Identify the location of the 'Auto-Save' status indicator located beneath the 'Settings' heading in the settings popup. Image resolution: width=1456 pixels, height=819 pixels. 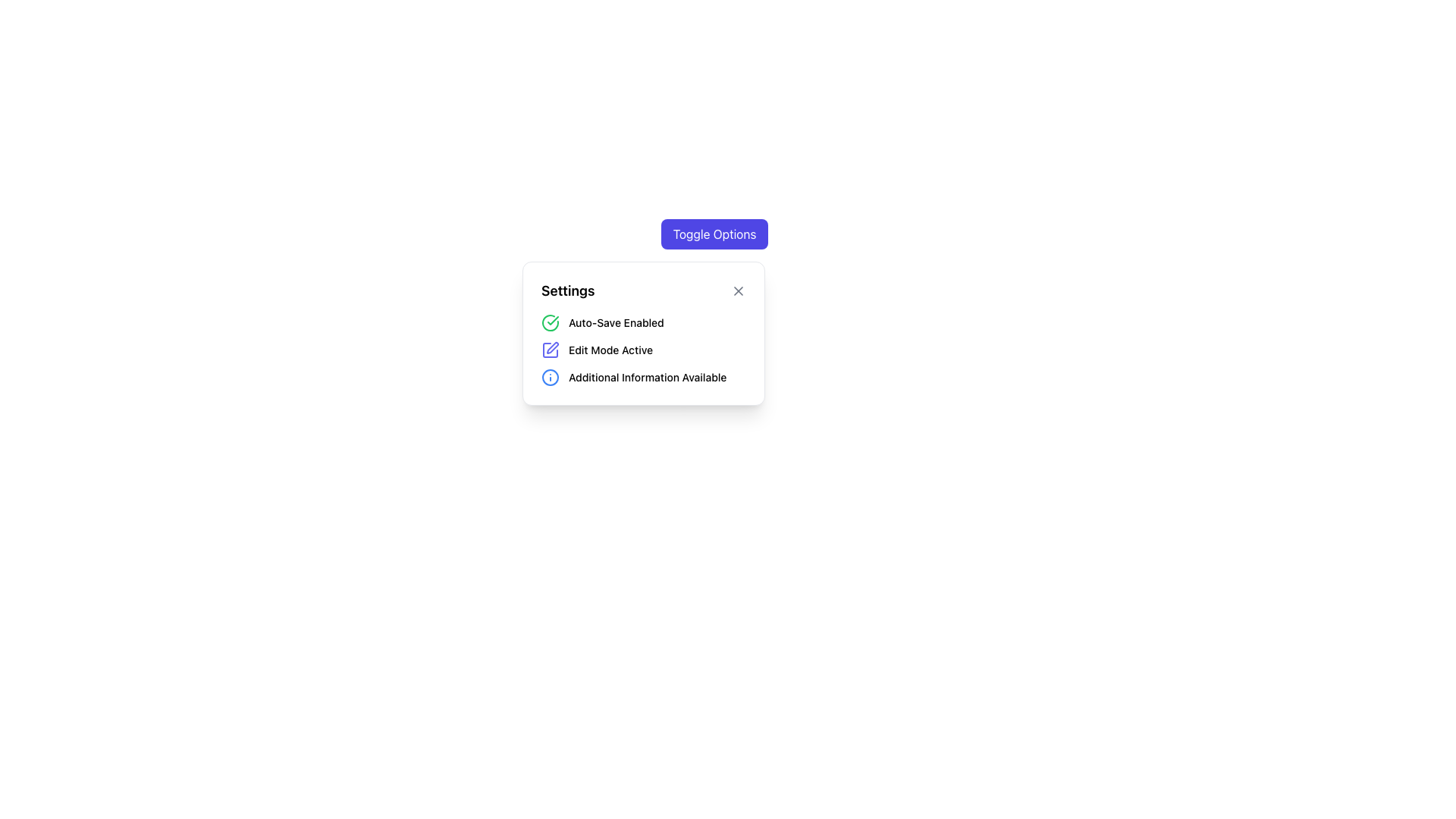
(644, 322).